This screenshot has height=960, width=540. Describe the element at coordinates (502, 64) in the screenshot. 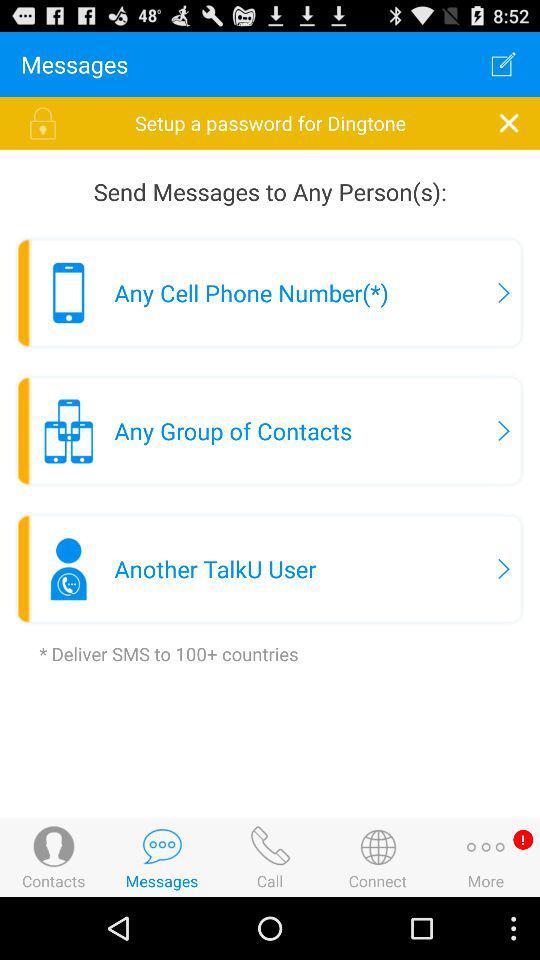

I see `app above the setup a password app` at that location.